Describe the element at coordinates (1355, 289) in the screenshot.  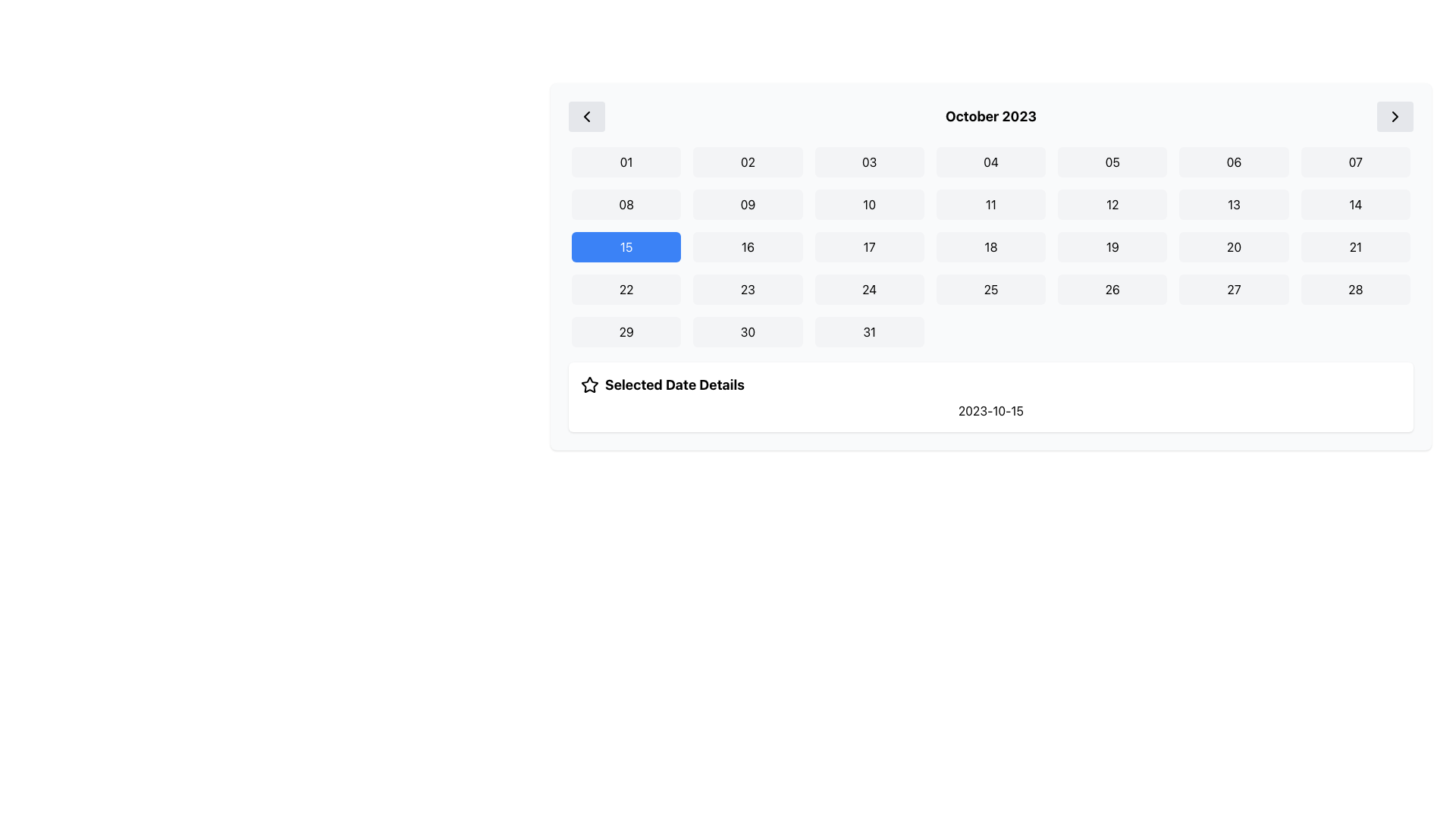
I see `the button labeled '28' with a light gray background and bold black font, located in the last column of the fourth row in the date grid layout` at that location.